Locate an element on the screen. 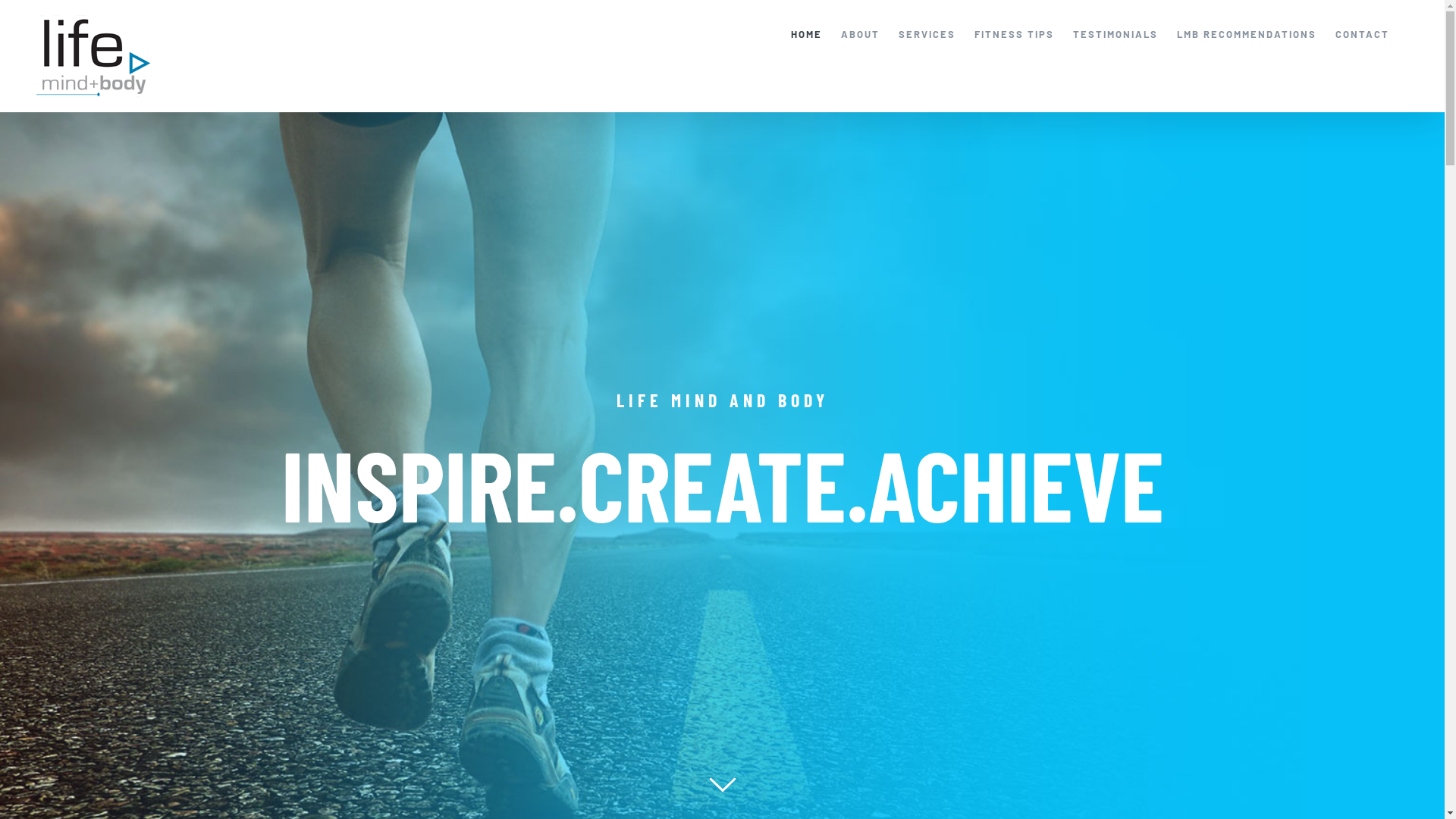  'ABOUT' is located at coordinates (860, 34).